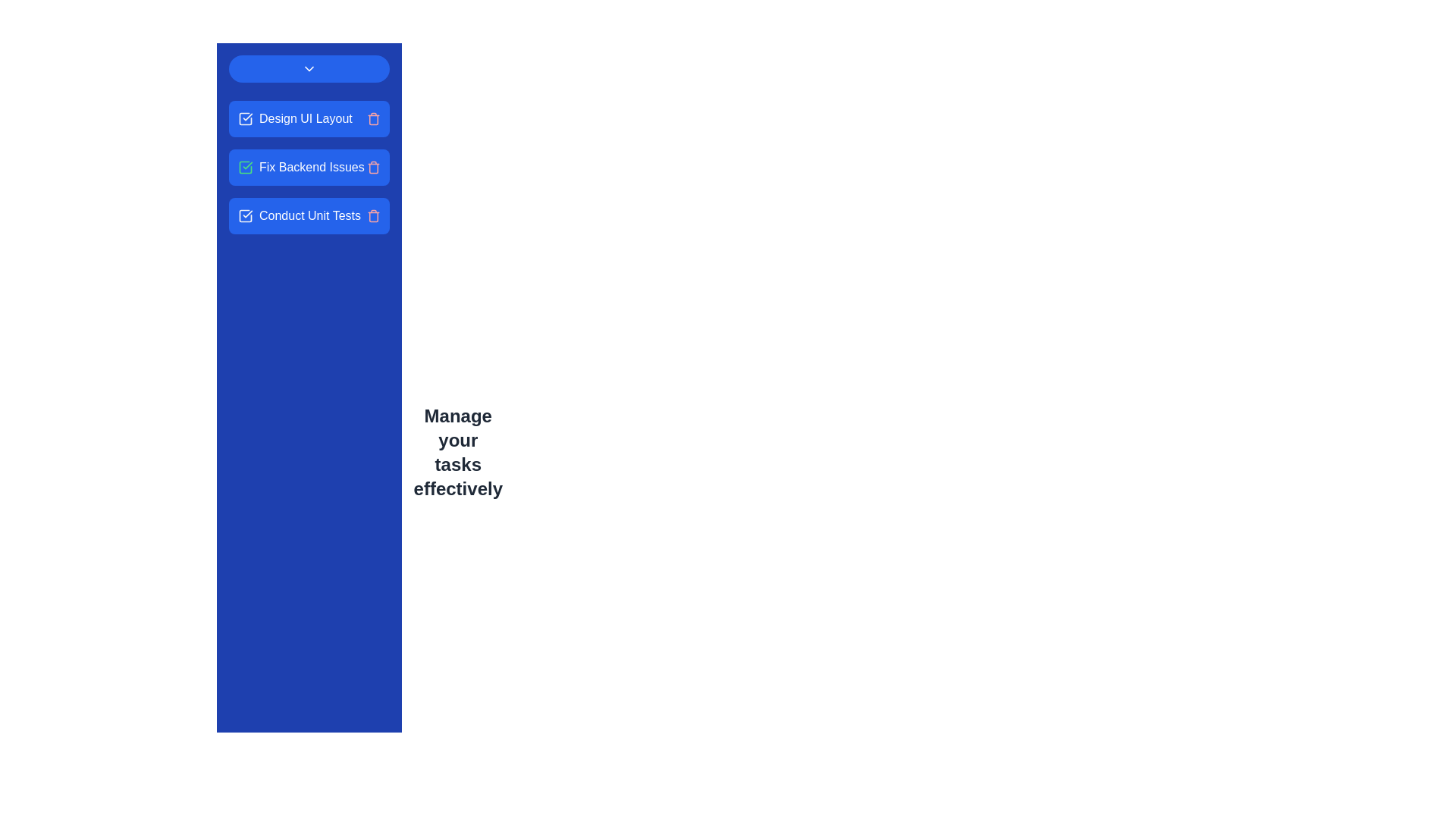  Describe the element at coordinates (299, 216) in the screenshot. I see `text of the label displaying 'Conduct Unit Tests' which is styled with a blue background and white text, located in a vertical task list` at that location.